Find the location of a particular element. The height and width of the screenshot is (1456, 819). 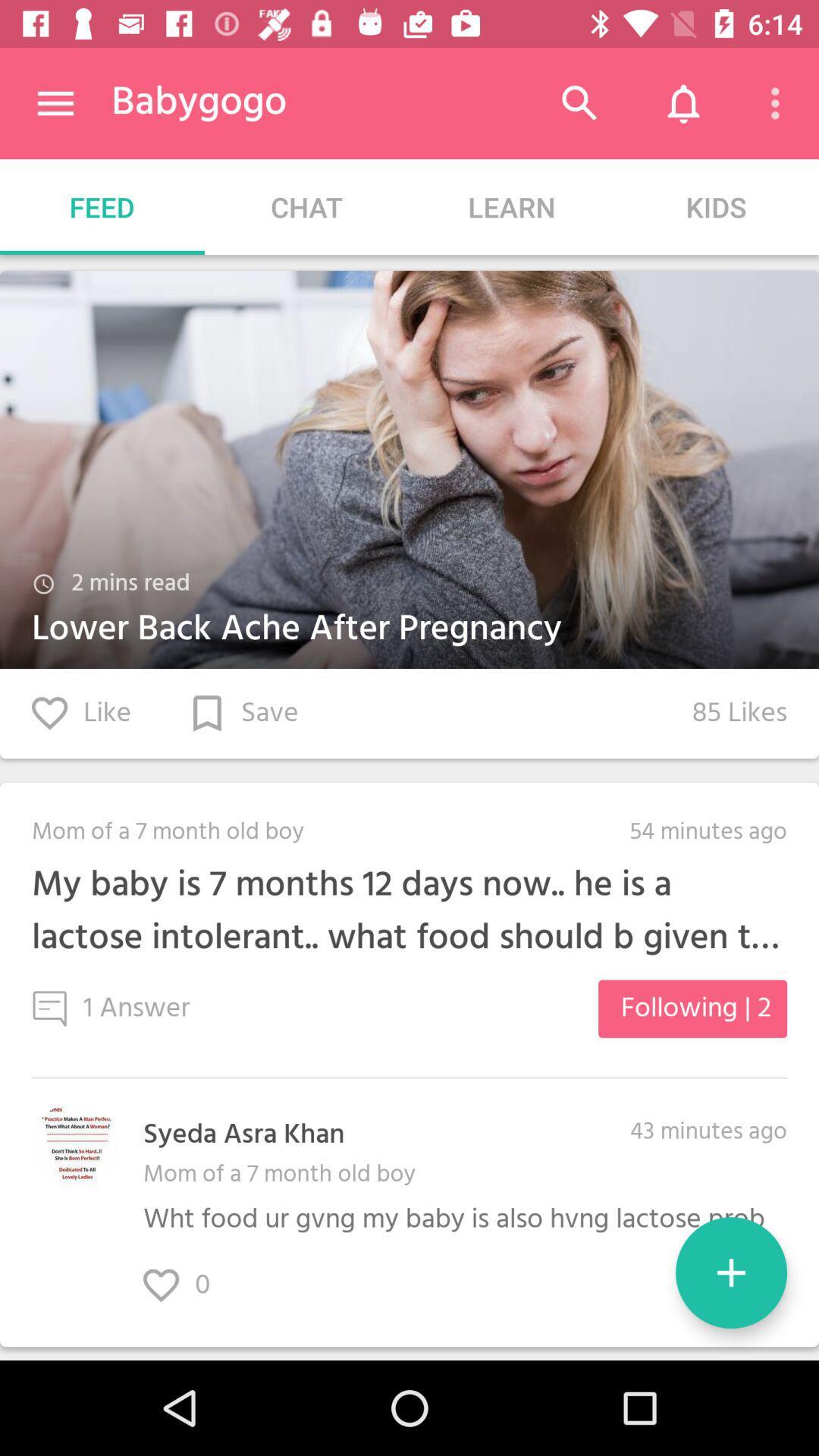

the item next to syeda asra khan icon is located at coordinates (75, 1146).